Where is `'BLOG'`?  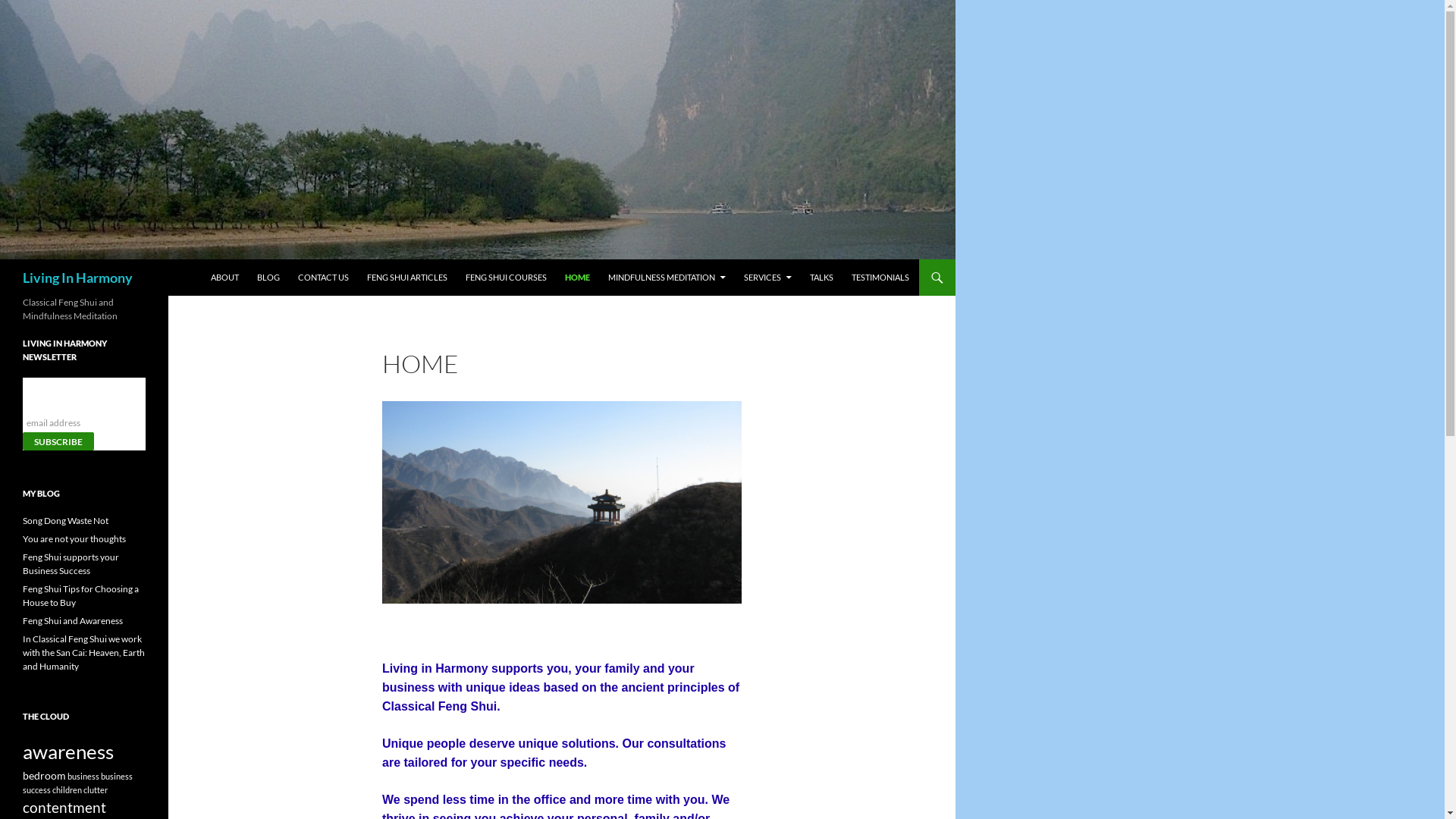
'BLOG' is located at coordinates (247, 278).